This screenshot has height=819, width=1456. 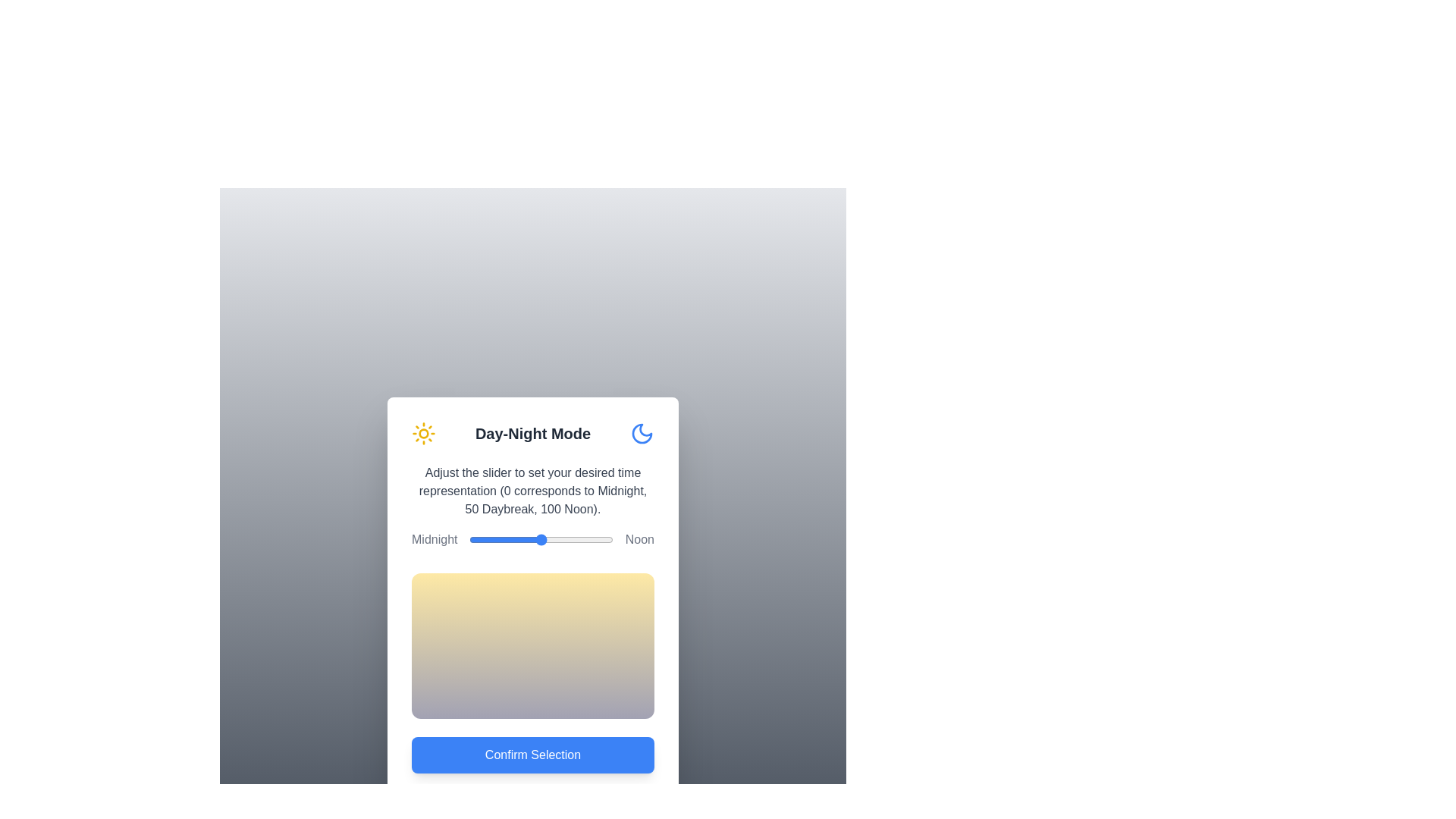 I want to click on the slider to set the time representation to 65, observing the gradient change, so click(x=562, y=539).